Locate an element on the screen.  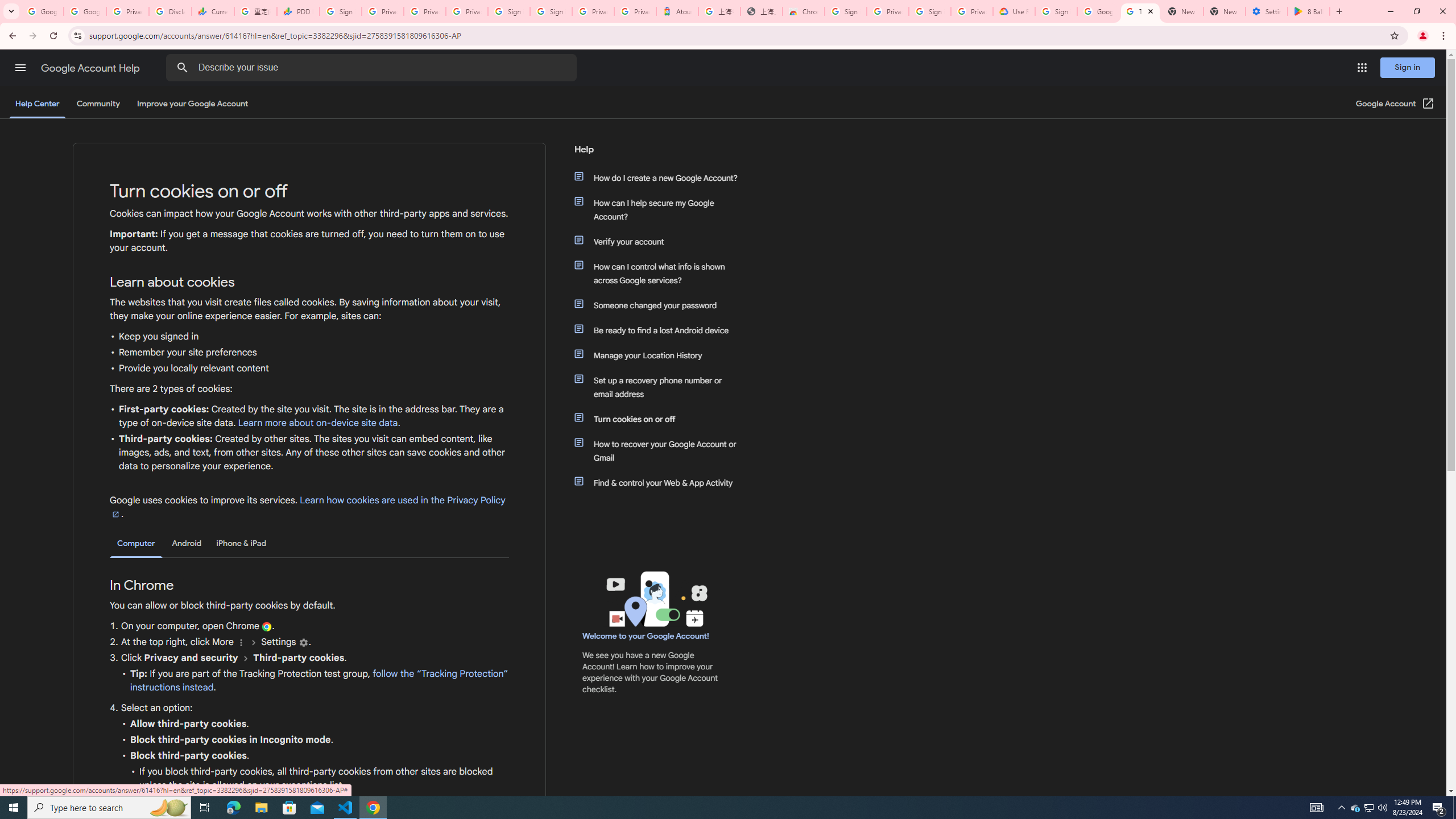
'How to recover your Google Account or Gmail' is located at coordinates (661, 450).